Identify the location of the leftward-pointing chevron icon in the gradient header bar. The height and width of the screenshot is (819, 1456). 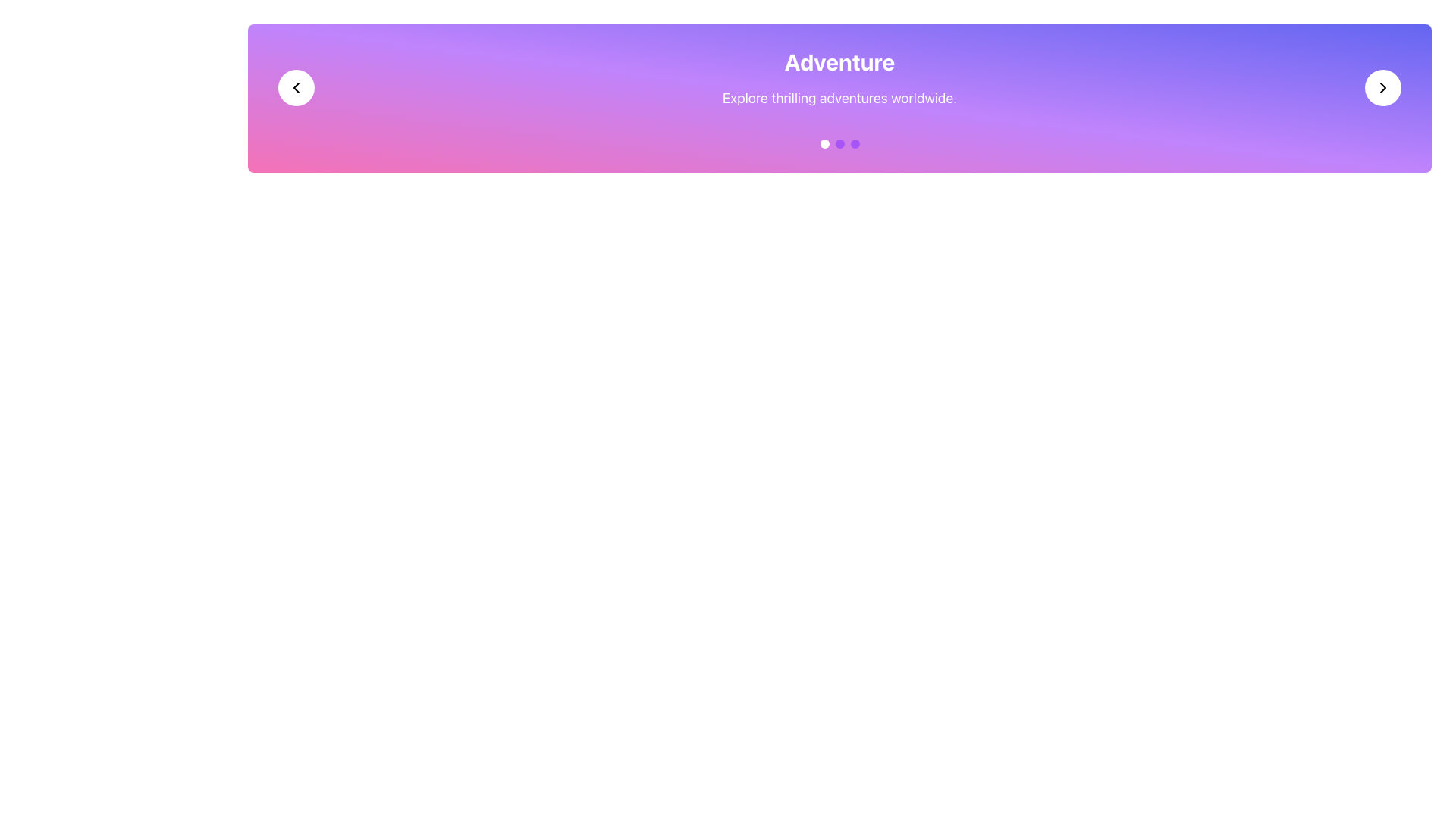
(296, 87).